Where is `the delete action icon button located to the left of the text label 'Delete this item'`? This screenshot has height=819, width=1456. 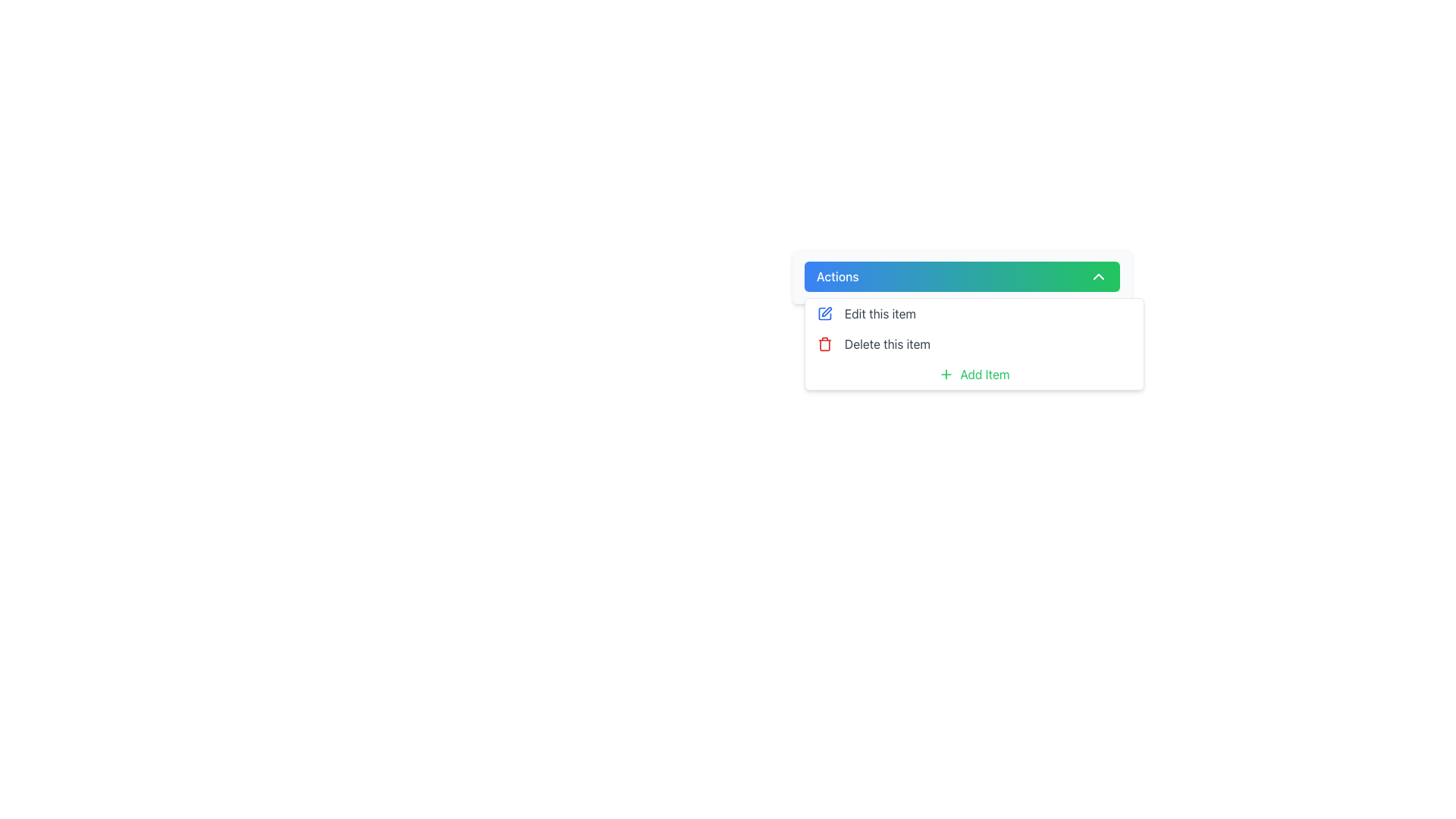 the delete action icon button located to the left of the text label 'Delete this item' is located at coordinates (824, 344).